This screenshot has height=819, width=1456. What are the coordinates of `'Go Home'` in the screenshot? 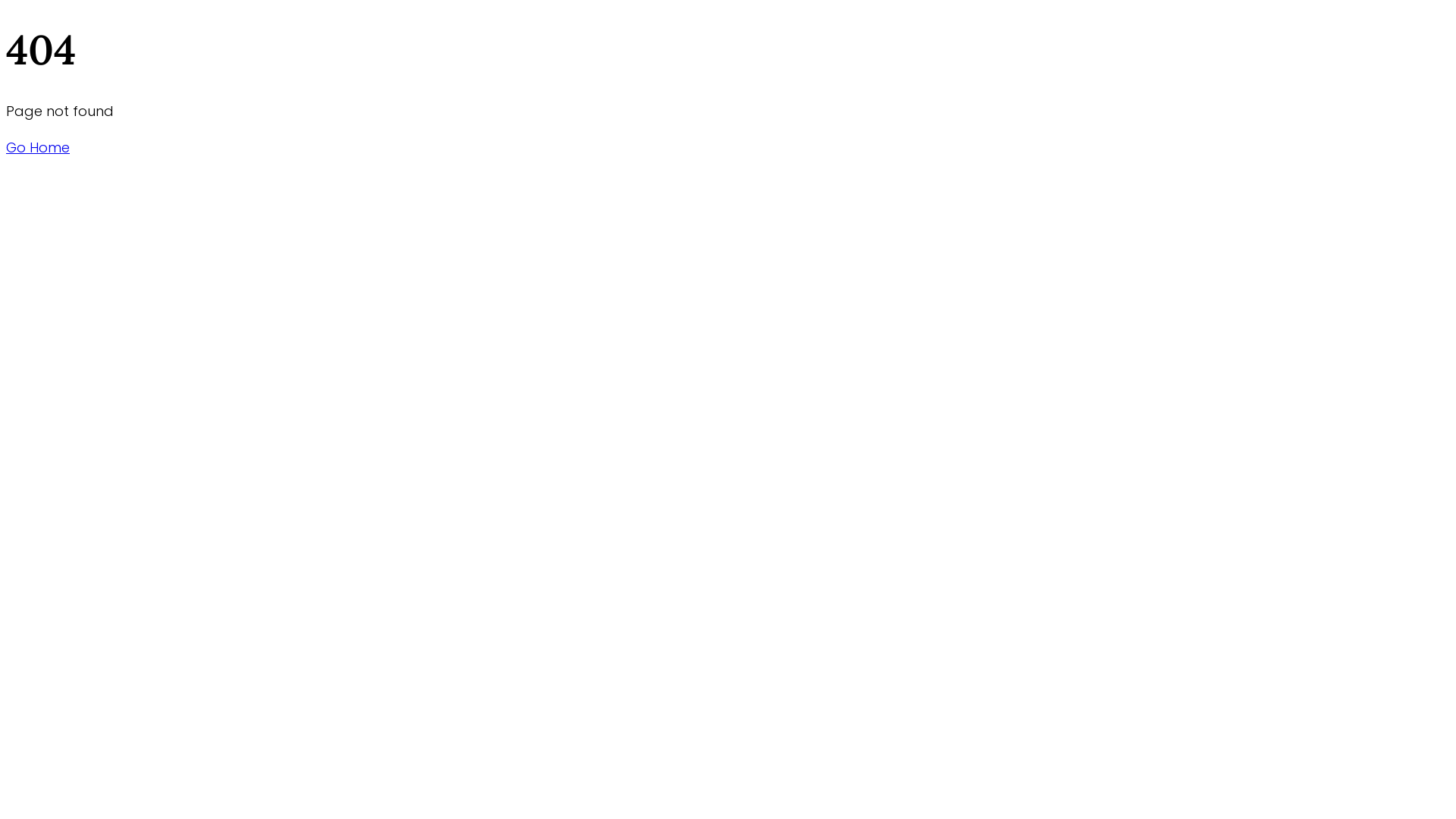 It's located at (37, 147).